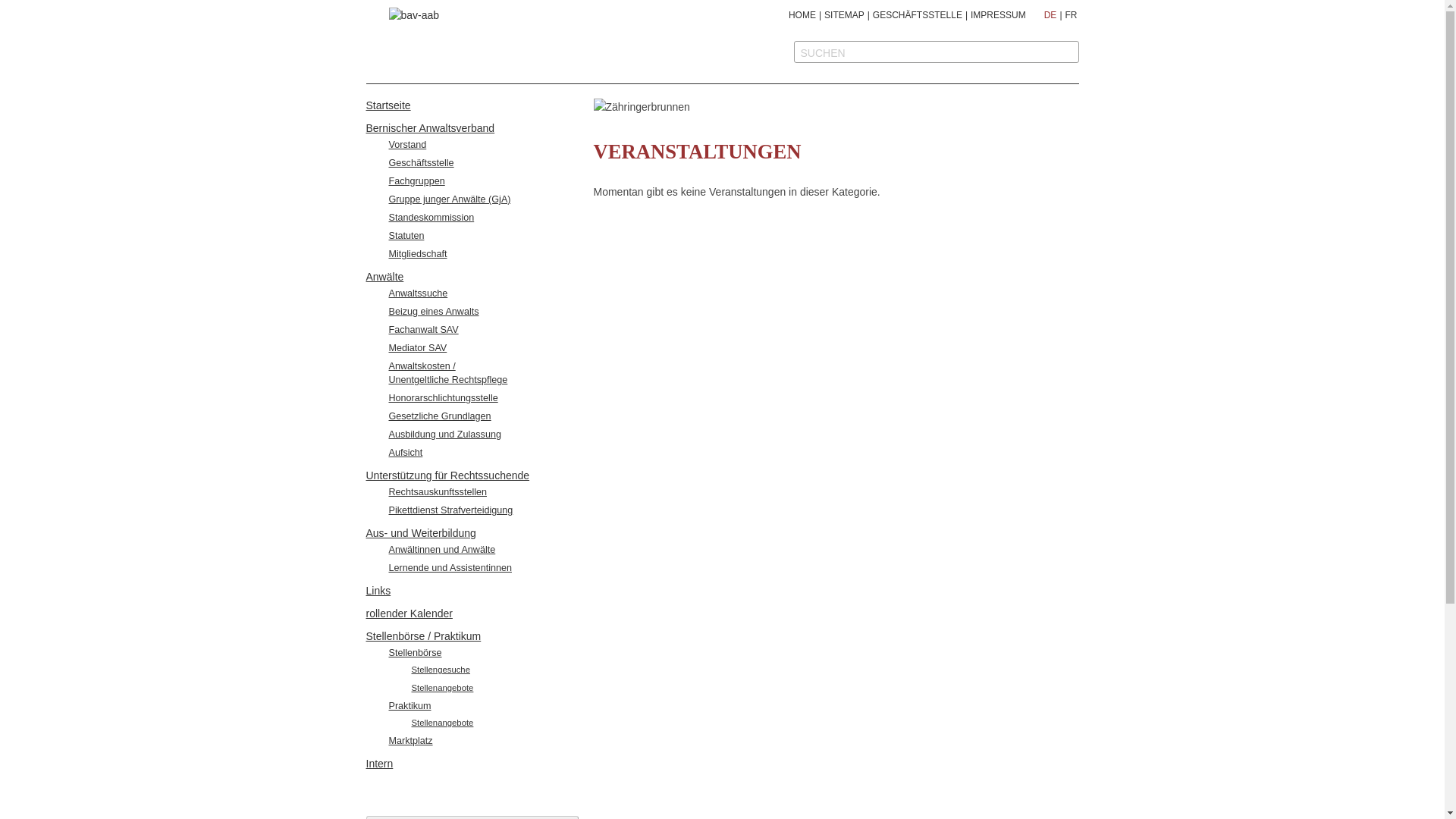 This screenshot has width=1456, height=819. Describe the element at coordinates (428, 127) in the screenshot. I see `'Bernischer Anwaltsverband'` at that location.